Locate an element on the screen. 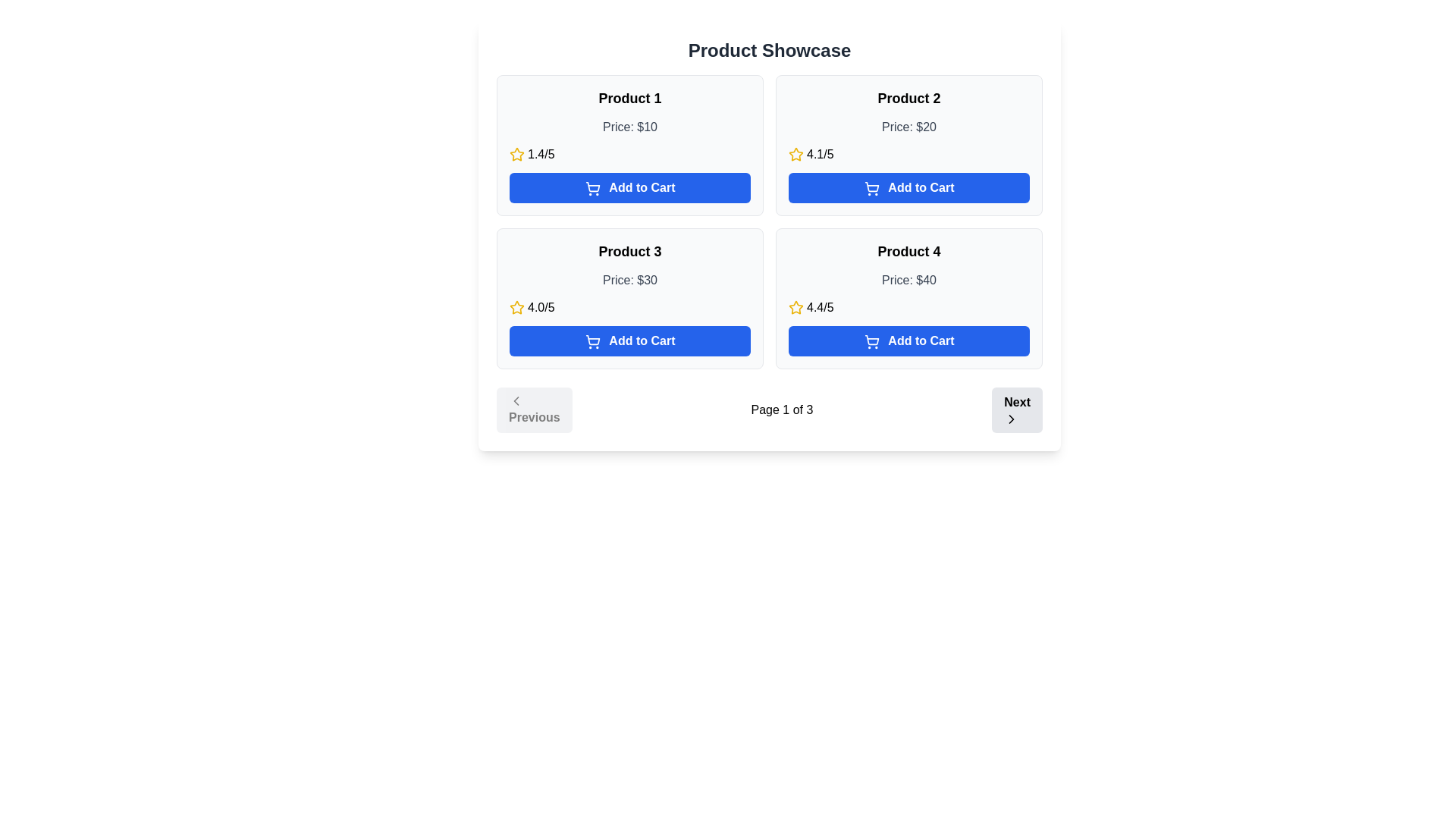  the button in the bottom-right corner of the interface is located at coordinates (1017, 409).